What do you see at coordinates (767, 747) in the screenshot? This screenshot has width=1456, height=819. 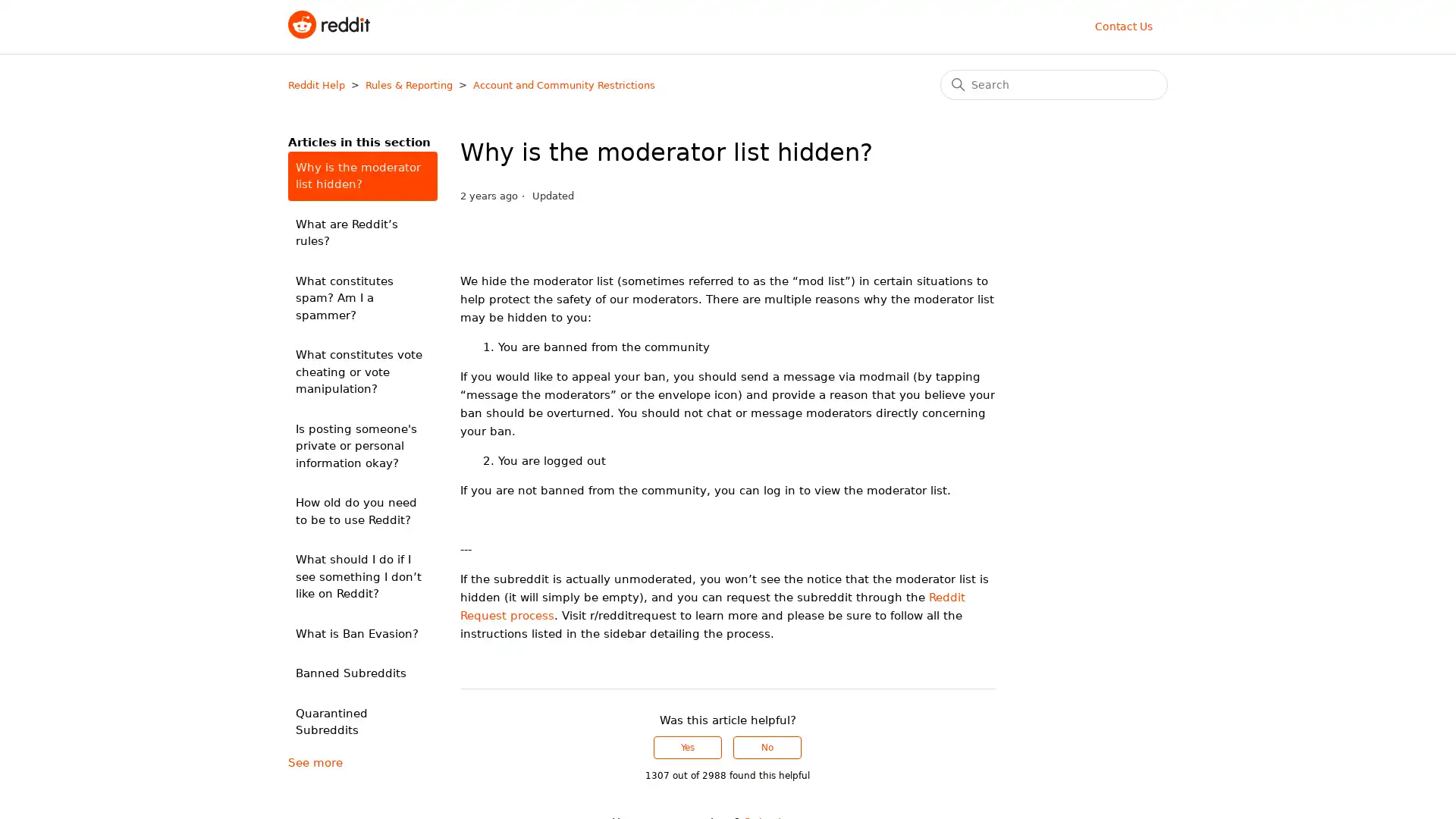 I see `This article was not helpful` at bounding box center [767, 747].